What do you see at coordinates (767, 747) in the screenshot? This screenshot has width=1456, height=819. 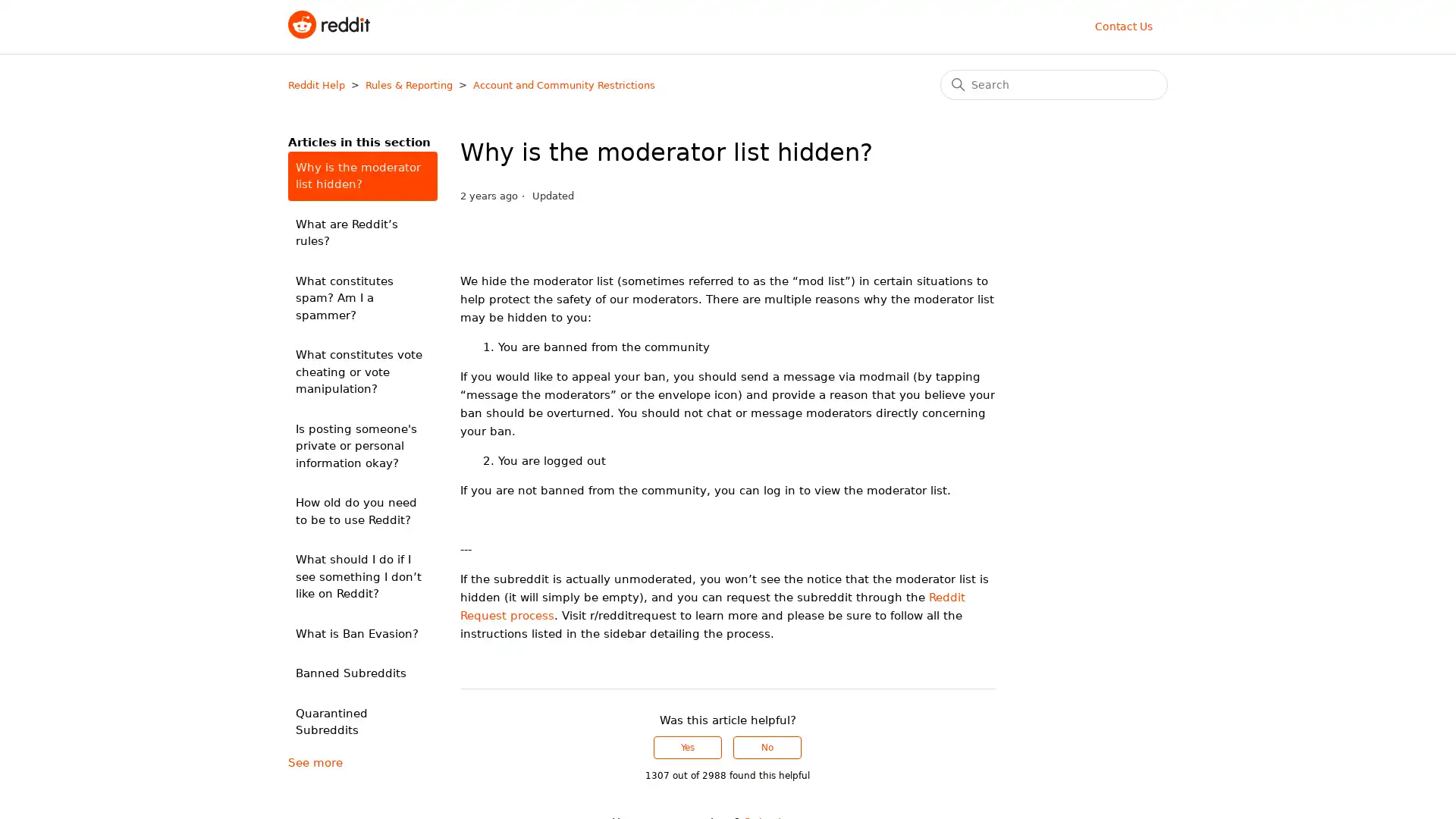 I see `This article was not helpful` at bounding box center [767, 747].